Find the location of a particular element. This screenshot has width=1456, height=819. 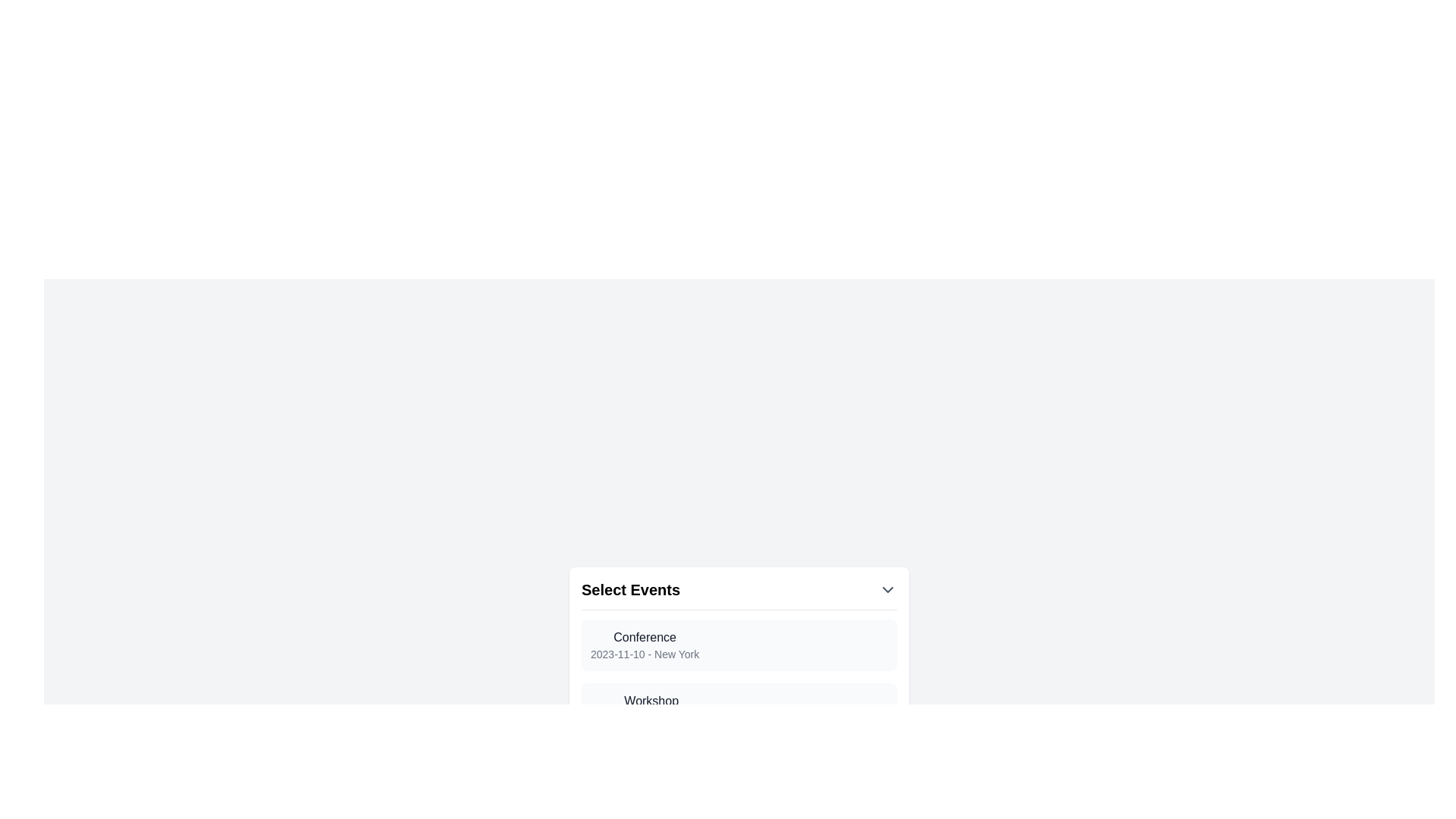

the 'Workshop' event element located below 'Conference' and above 'Webinar' is located at coordinates (739, 708).